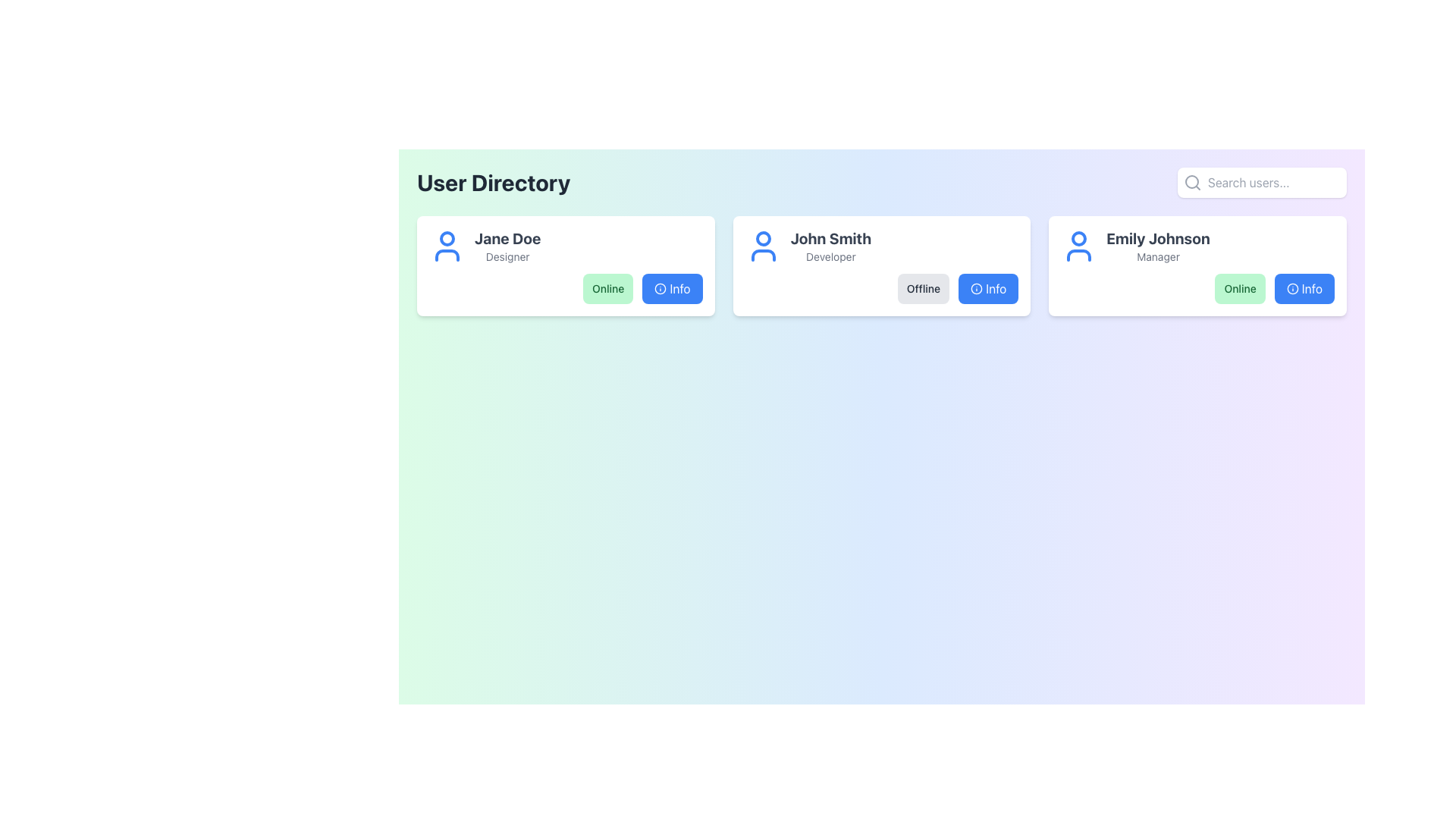 This screenshot has height=819, width=1456. I want to click on the 'Info' button, which has a blue background and white text, located to the right of the green 'Online' status indicator, so click(1303, 289).